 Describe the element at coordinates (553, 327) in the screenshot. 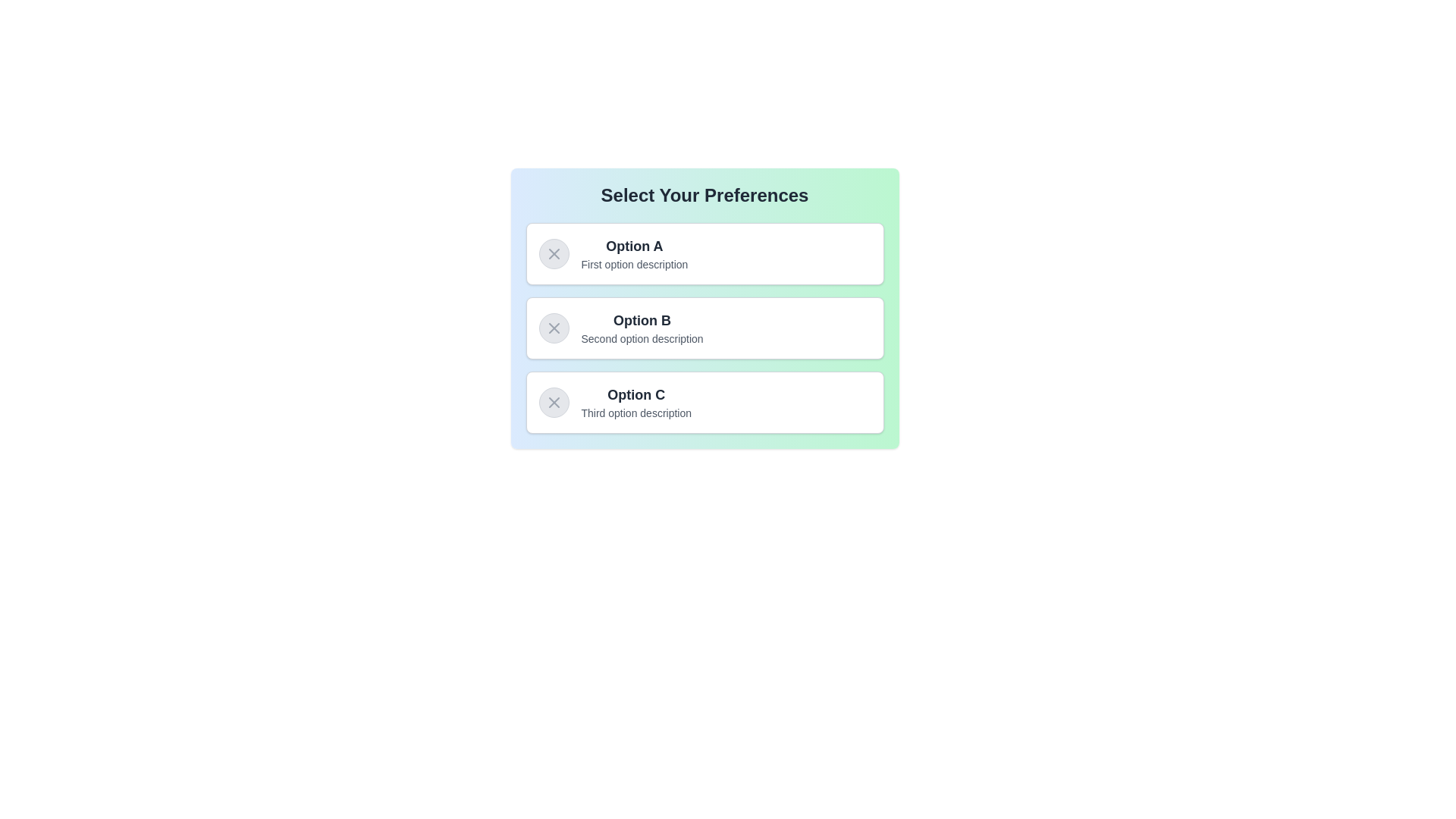

I see `the circular button containing a gray 'X' icon located to the left of the 'Option B' text label in the second row of the card interface` at that location.